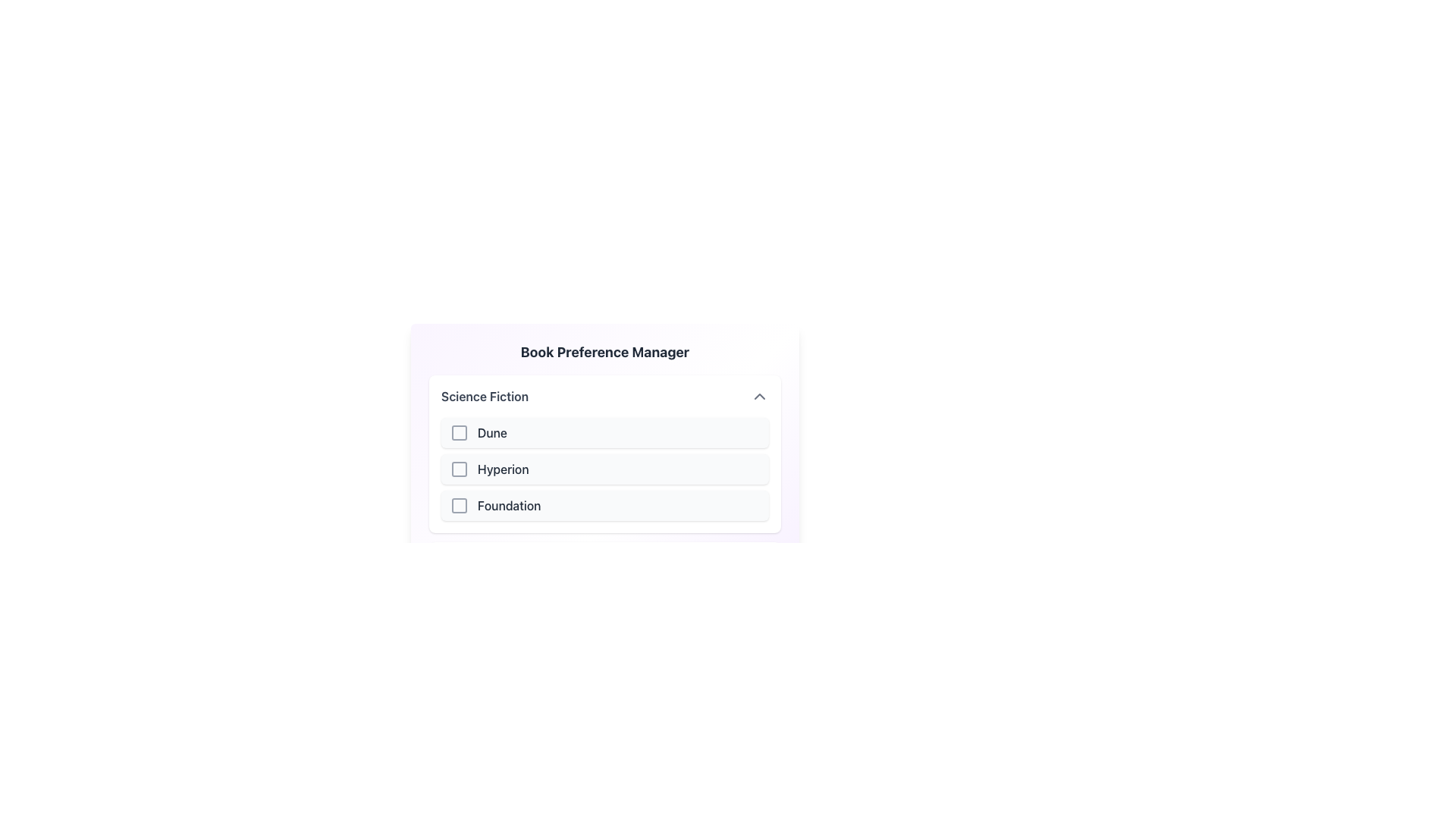 The height and width of the screenshot is (819, 1456). Describe the element at coordinates (604, 396) in the screenshot. I see `the 'Science Fiction' Dropdown Menu Header to enable navigation with keyboard controls` at that location.